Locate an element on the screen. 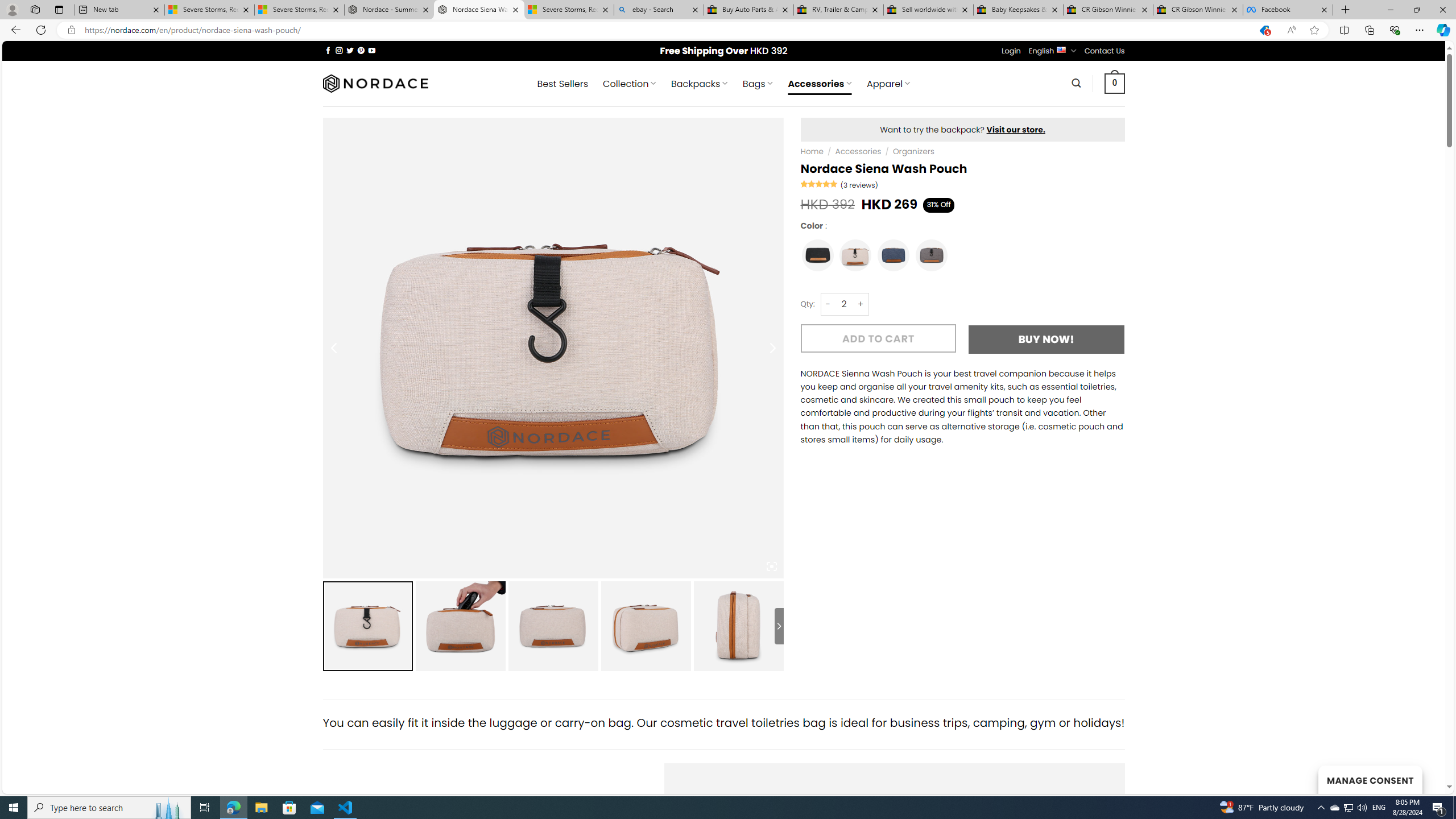 This screenshot has height=819, width=1456. 'Baby Keepsakes & Announcements for sale | eBay' is located at coordinates (1017, 9).